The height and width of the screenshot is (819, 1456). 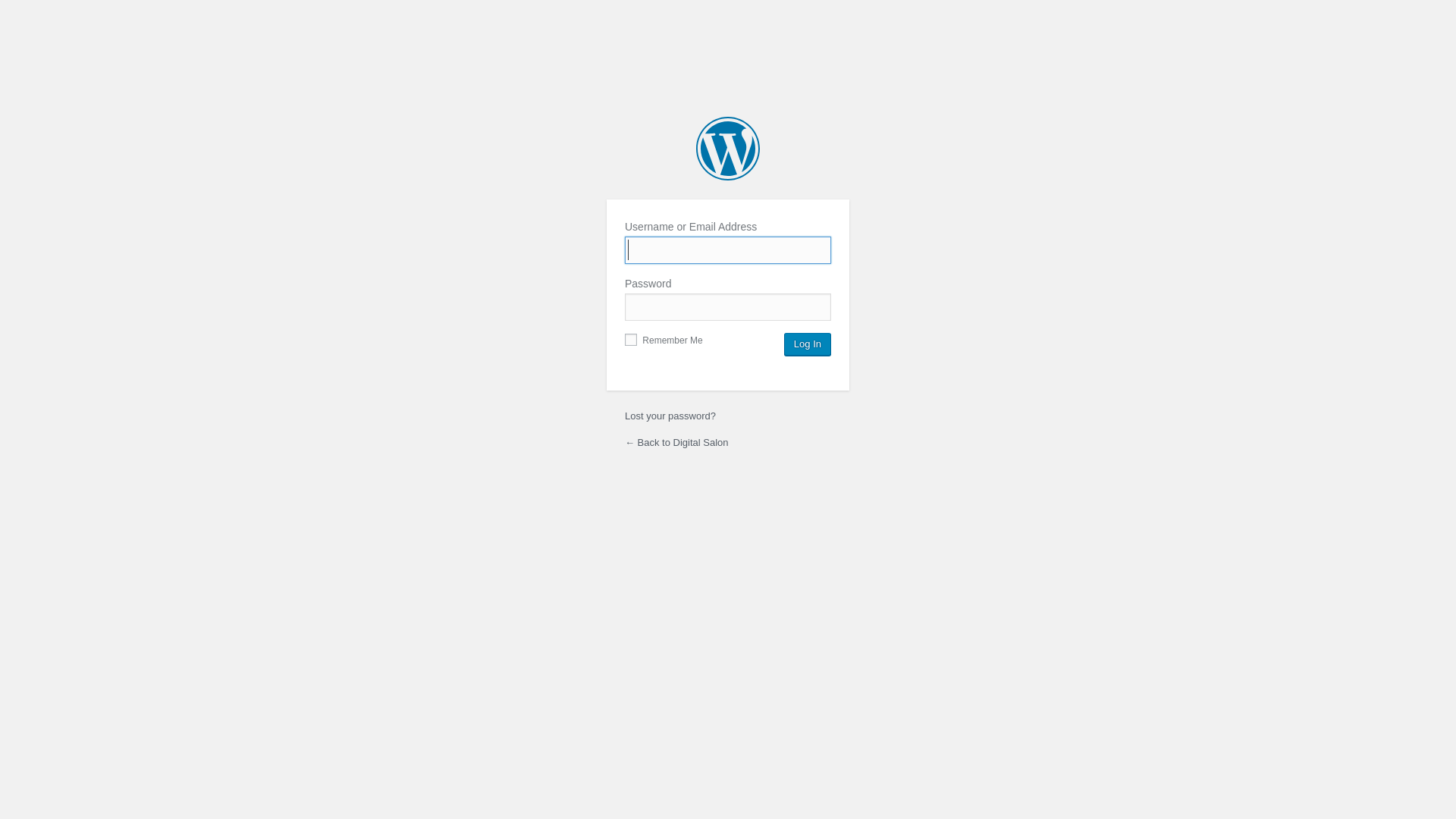 What do you see at coordinates (669, 416) in the screenshot?
I see `'Lost your password?'` at bounding box center [669, 416].